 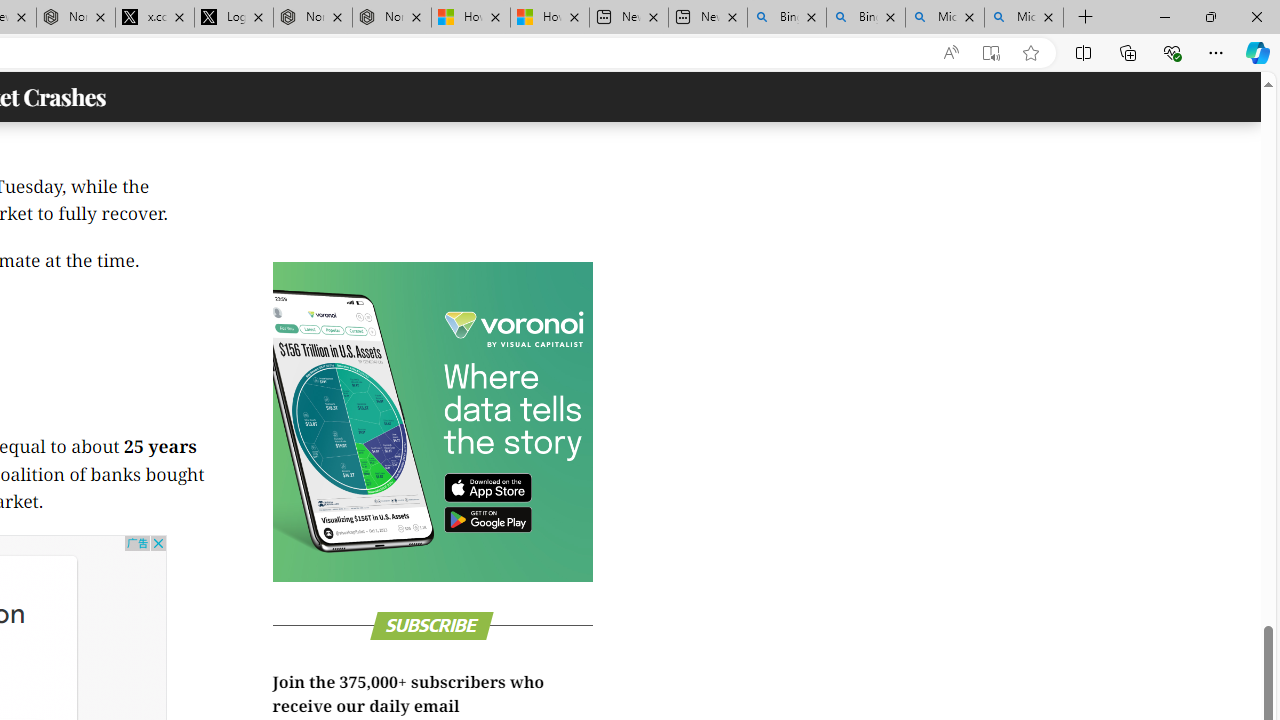 I want to click on 'Enter Immersive Reader (F9)', so click(x=991, y=52).